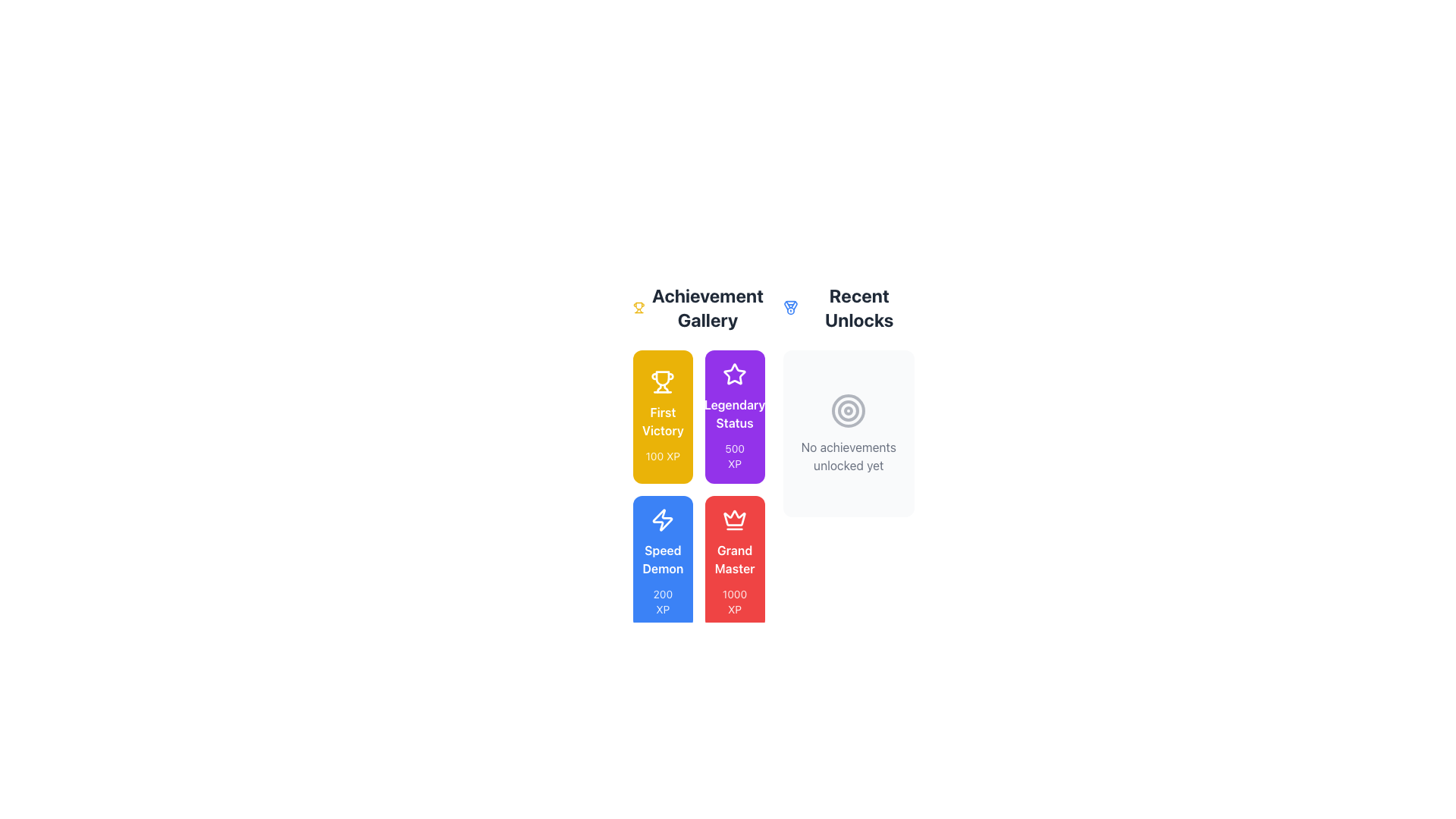  What do you see at coordinates (848, 411) in the screenshot?
I see `the Decorative Icon in the 'Recent Unlocks' section, which enhances the visual context above the text 'No achievements unlocked yet.'` at bounding box center [848, 411].